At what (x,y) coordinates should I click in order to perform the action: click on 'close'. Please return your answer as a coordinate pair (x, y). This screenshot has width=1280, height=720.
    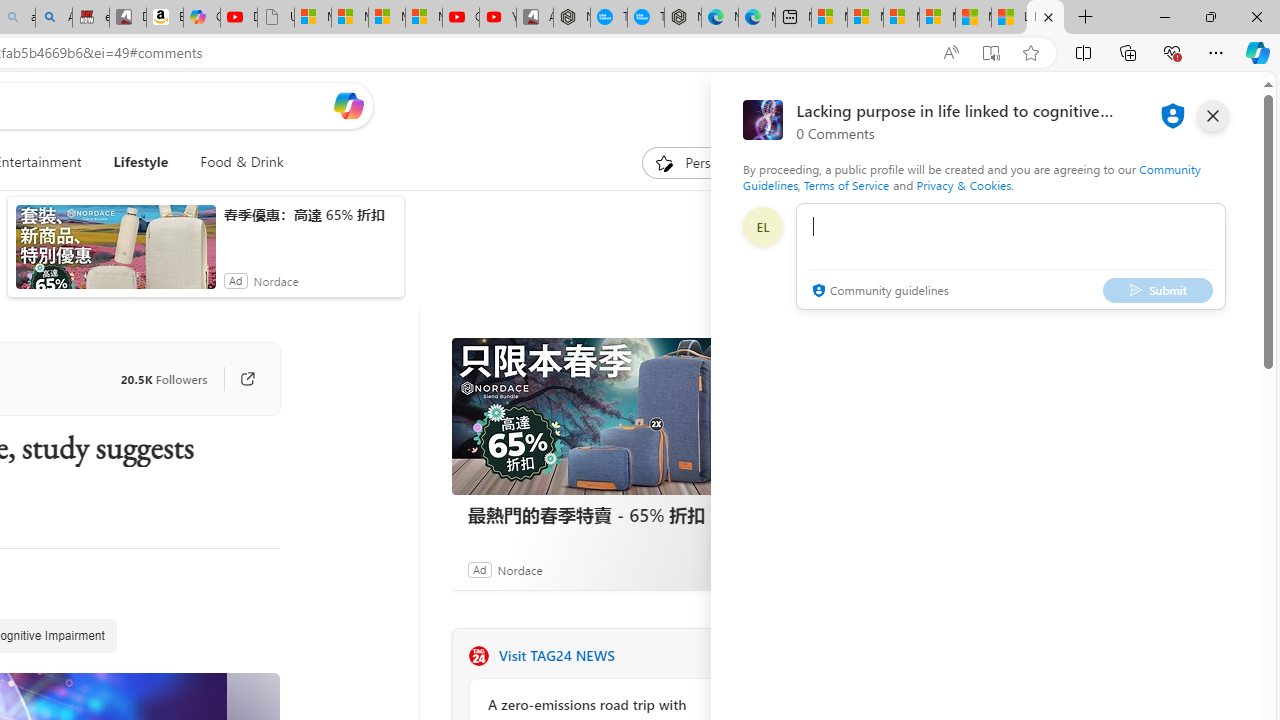
    Looking at the image, I should click on (1211, 115).